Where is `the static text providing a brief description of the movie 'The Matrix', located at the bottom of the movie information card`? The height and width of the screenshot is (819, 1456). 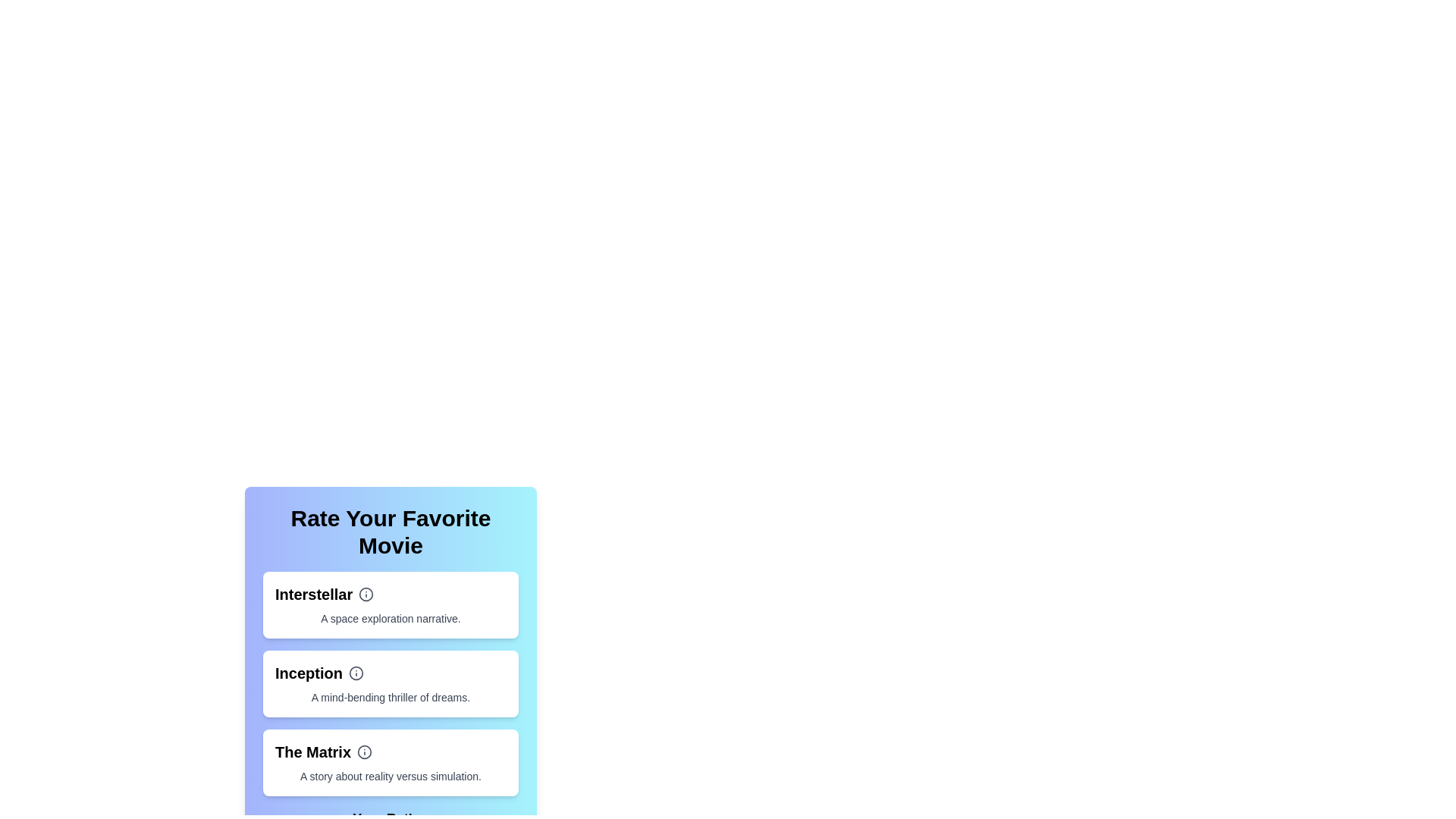 the static text providing a brief description of the movie 'The Matrix', located at the bottom of the movie information card is located at coordinates (391, 776).